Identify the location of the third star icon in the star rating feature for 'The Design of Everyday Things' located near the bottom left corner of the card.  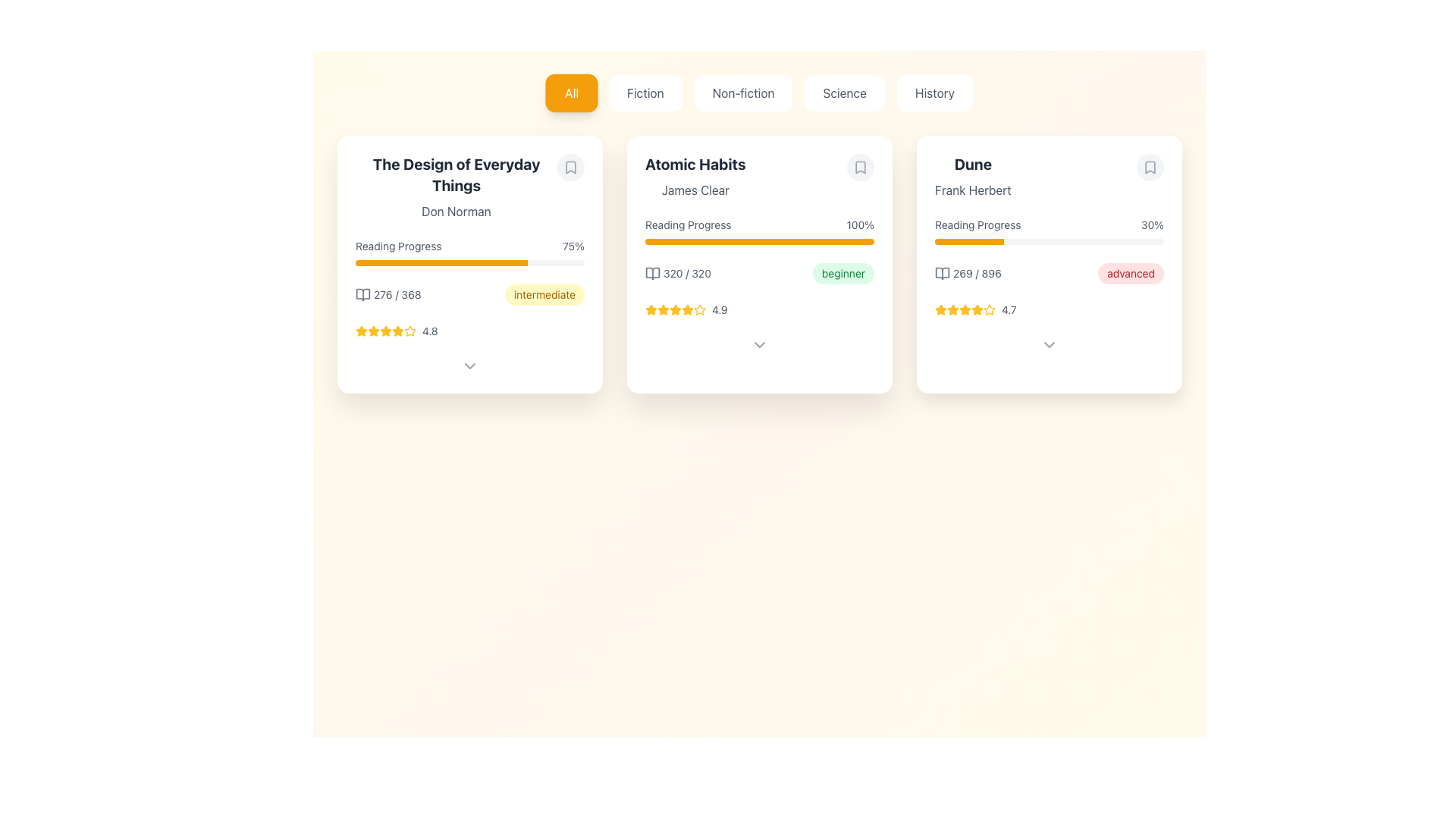
(374, 330).